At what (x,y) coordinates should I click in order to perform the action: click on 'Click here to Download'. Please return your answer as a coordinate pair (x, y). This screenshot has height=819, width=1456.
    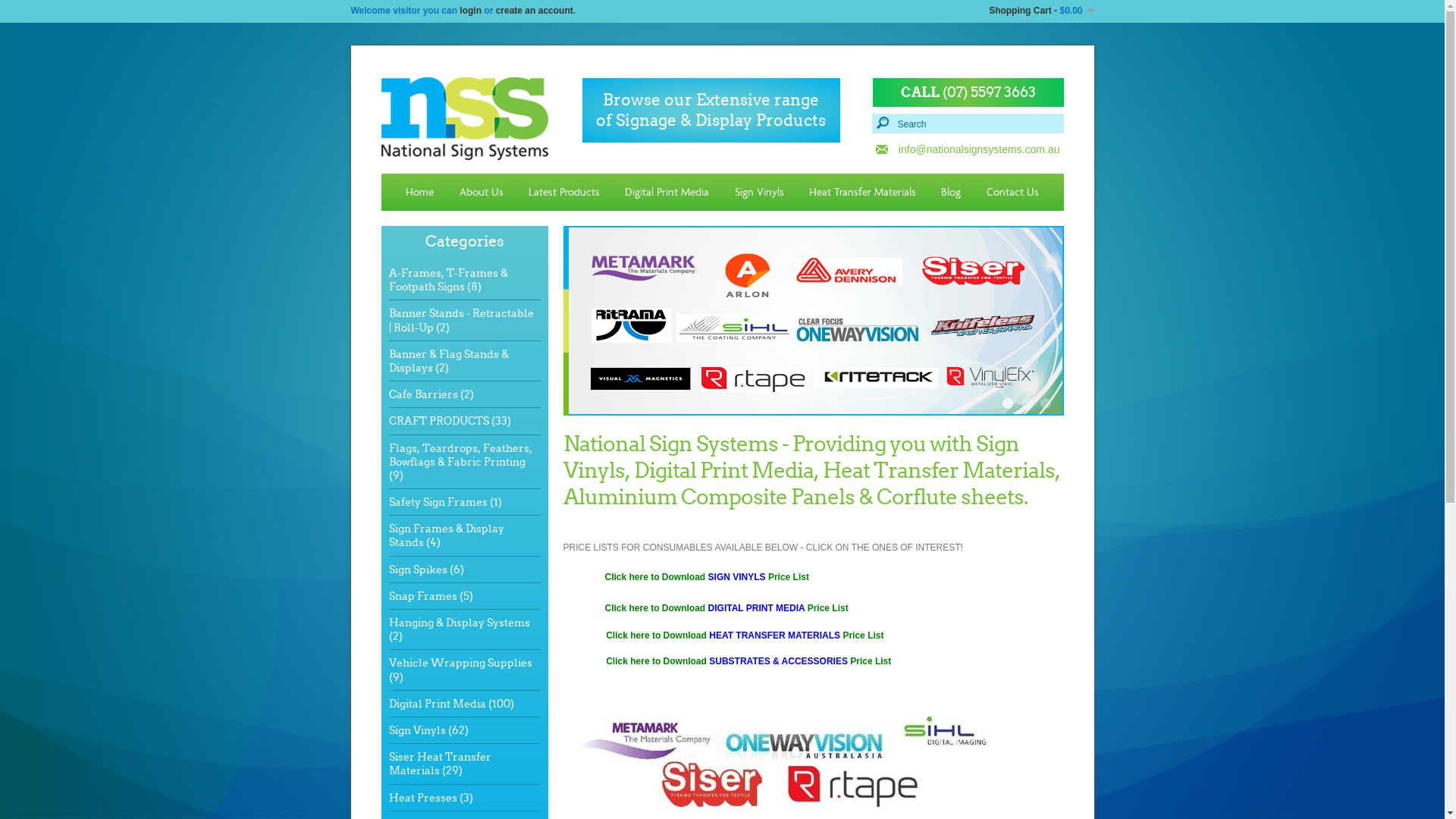
    Looking at the image, I should click on (655, 607).